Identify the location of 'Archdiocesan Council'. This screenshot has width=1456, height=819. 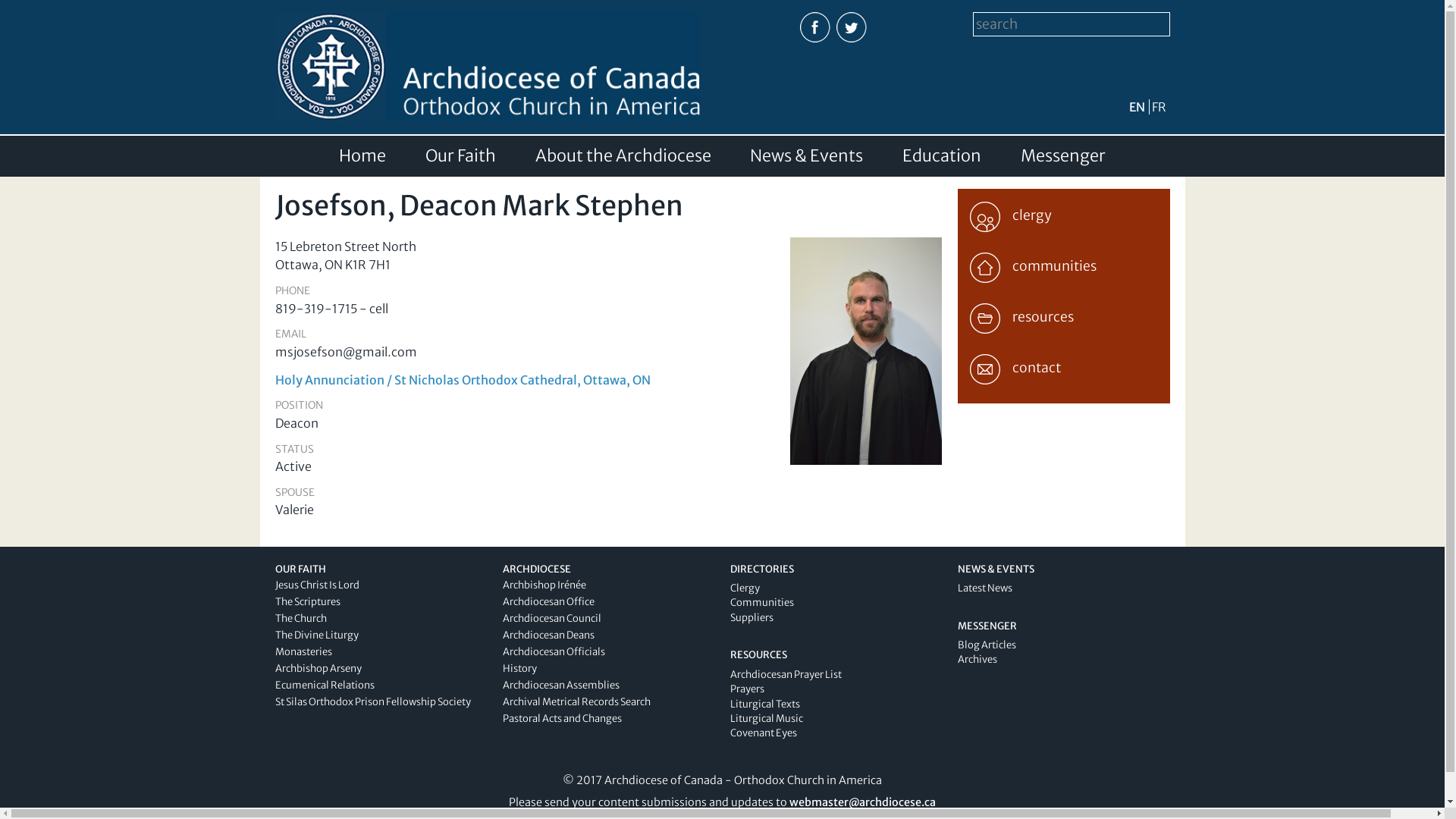
(550, 618).